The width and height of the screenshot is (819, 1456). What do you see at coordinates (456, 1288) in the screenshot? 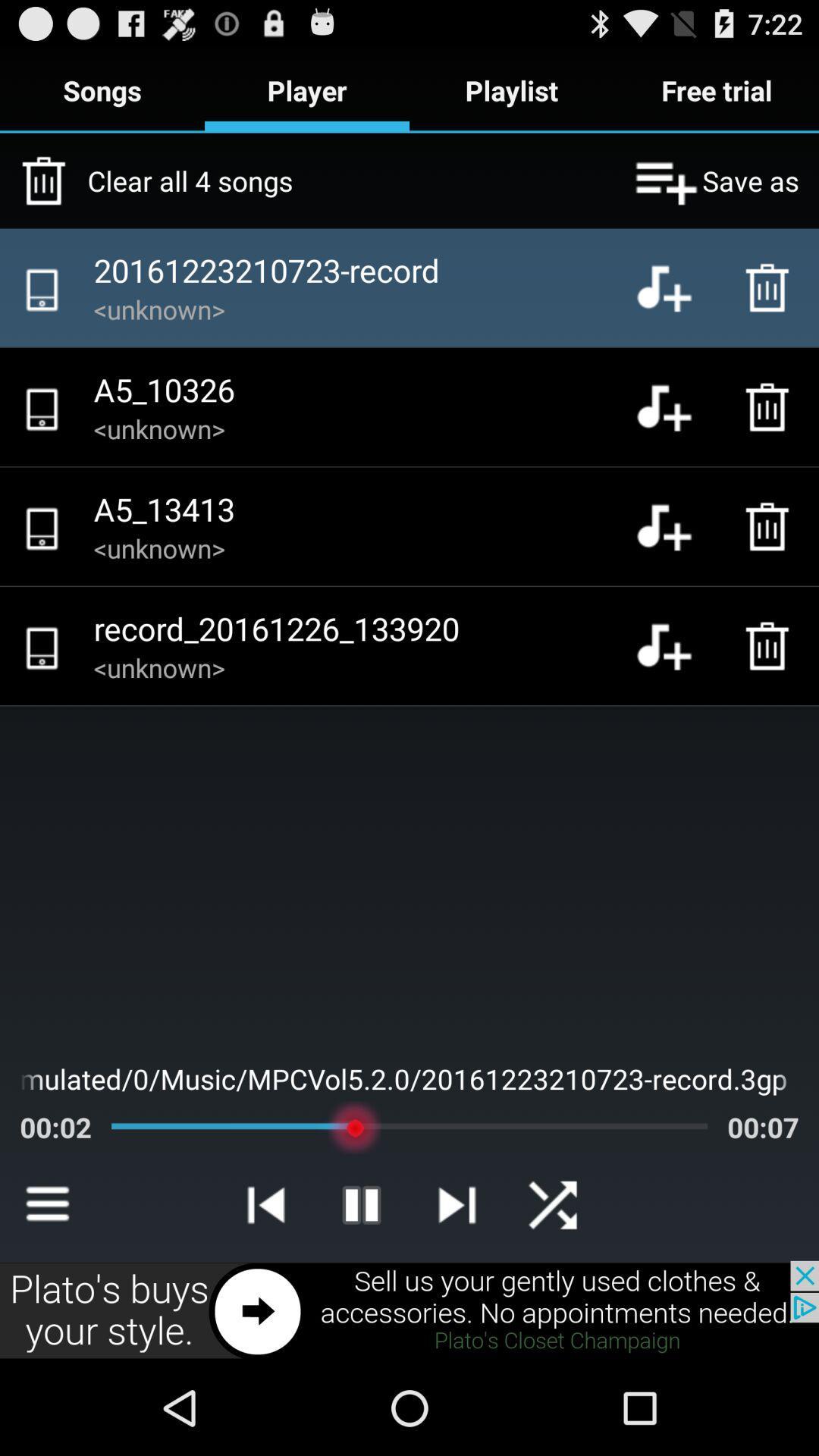
I see `the skip_next icon` at bounding box center [456, 1288].